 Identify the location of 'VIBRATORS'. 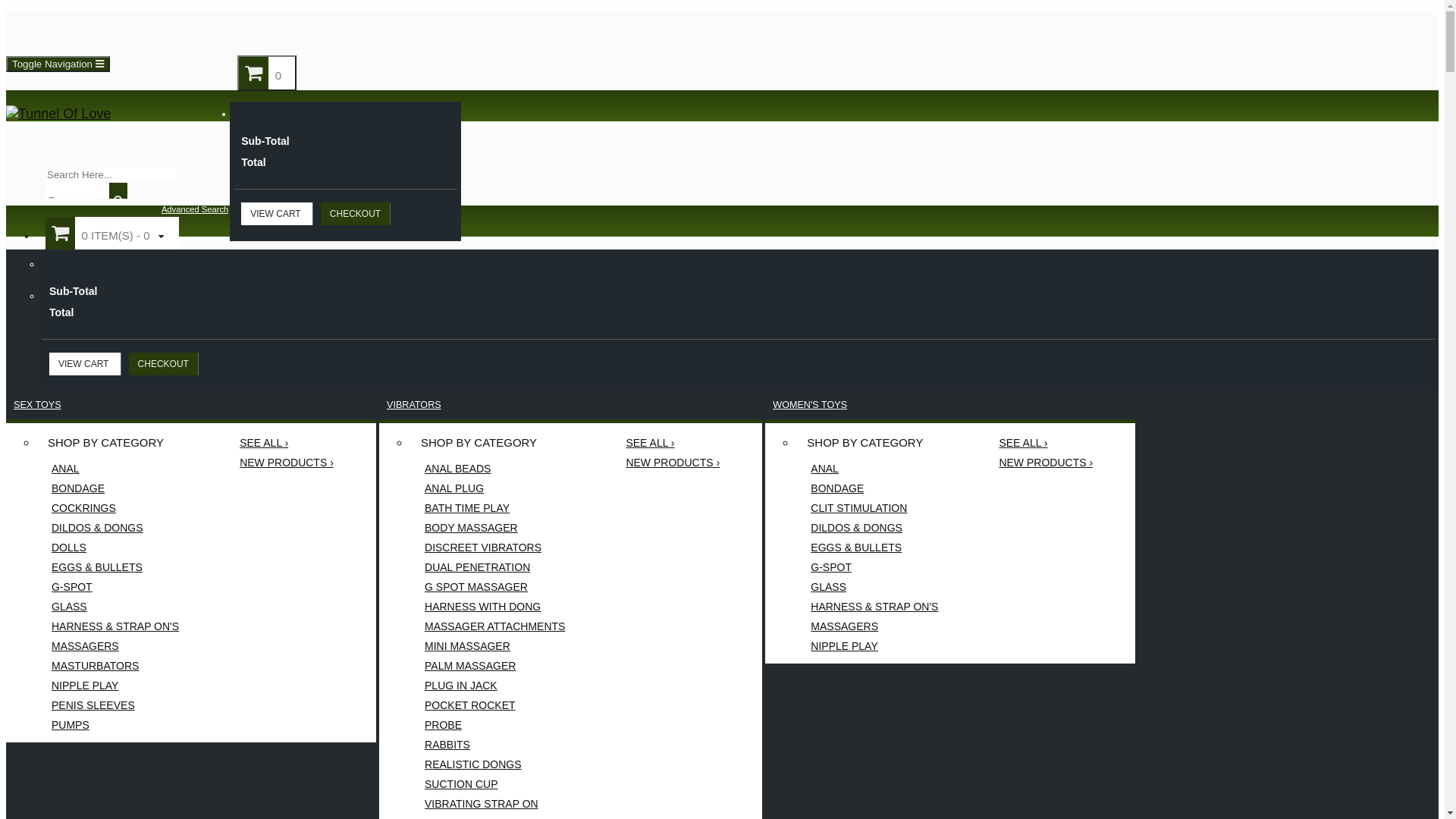
(414, 403).